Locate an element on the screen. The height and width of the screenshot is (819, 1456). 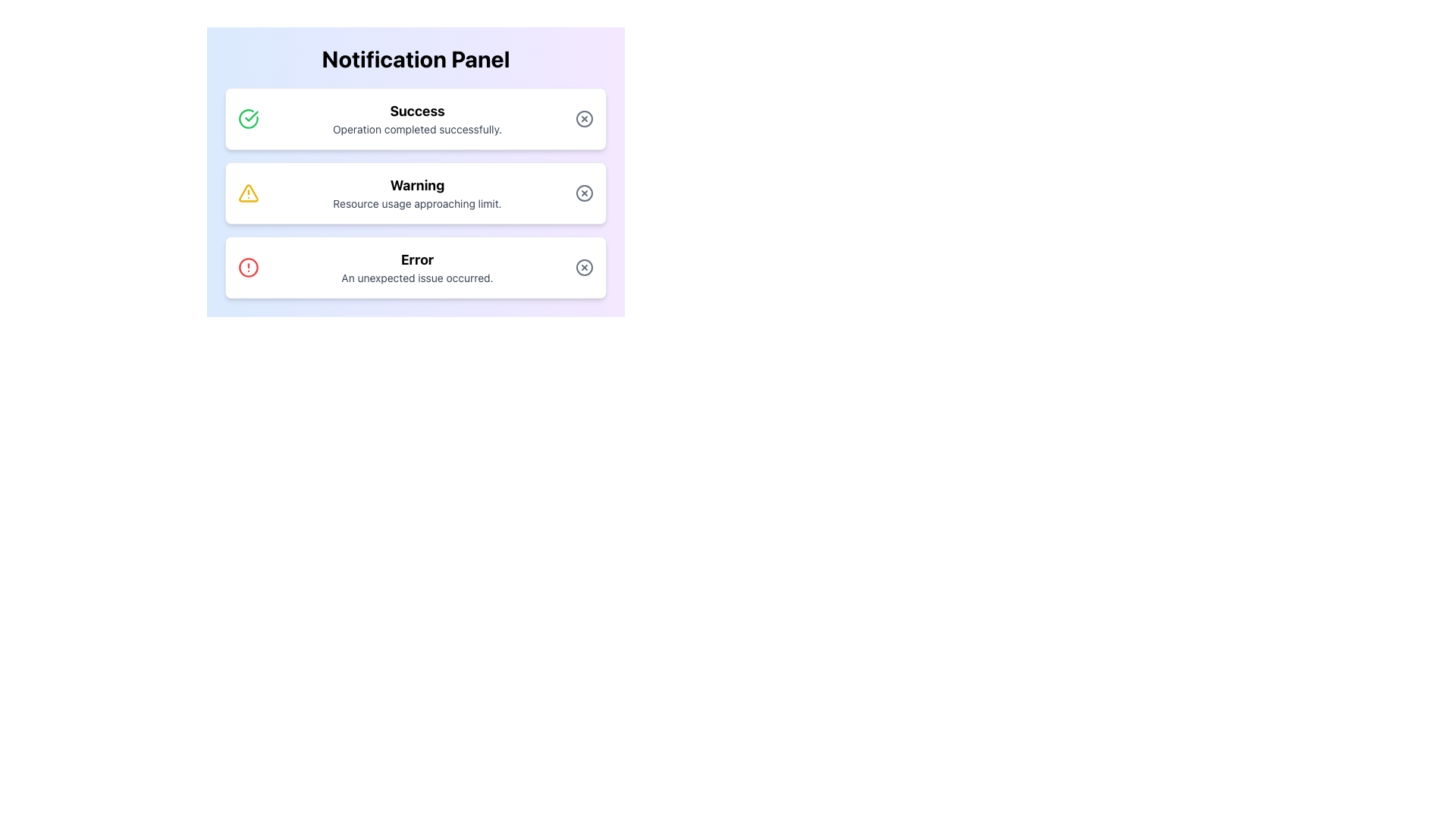
the green checkmark icon representing a confirmation or success state, located within the notification panel above the notifications stating 'Warning' and 'Error' is located at coordinates (248, 118).